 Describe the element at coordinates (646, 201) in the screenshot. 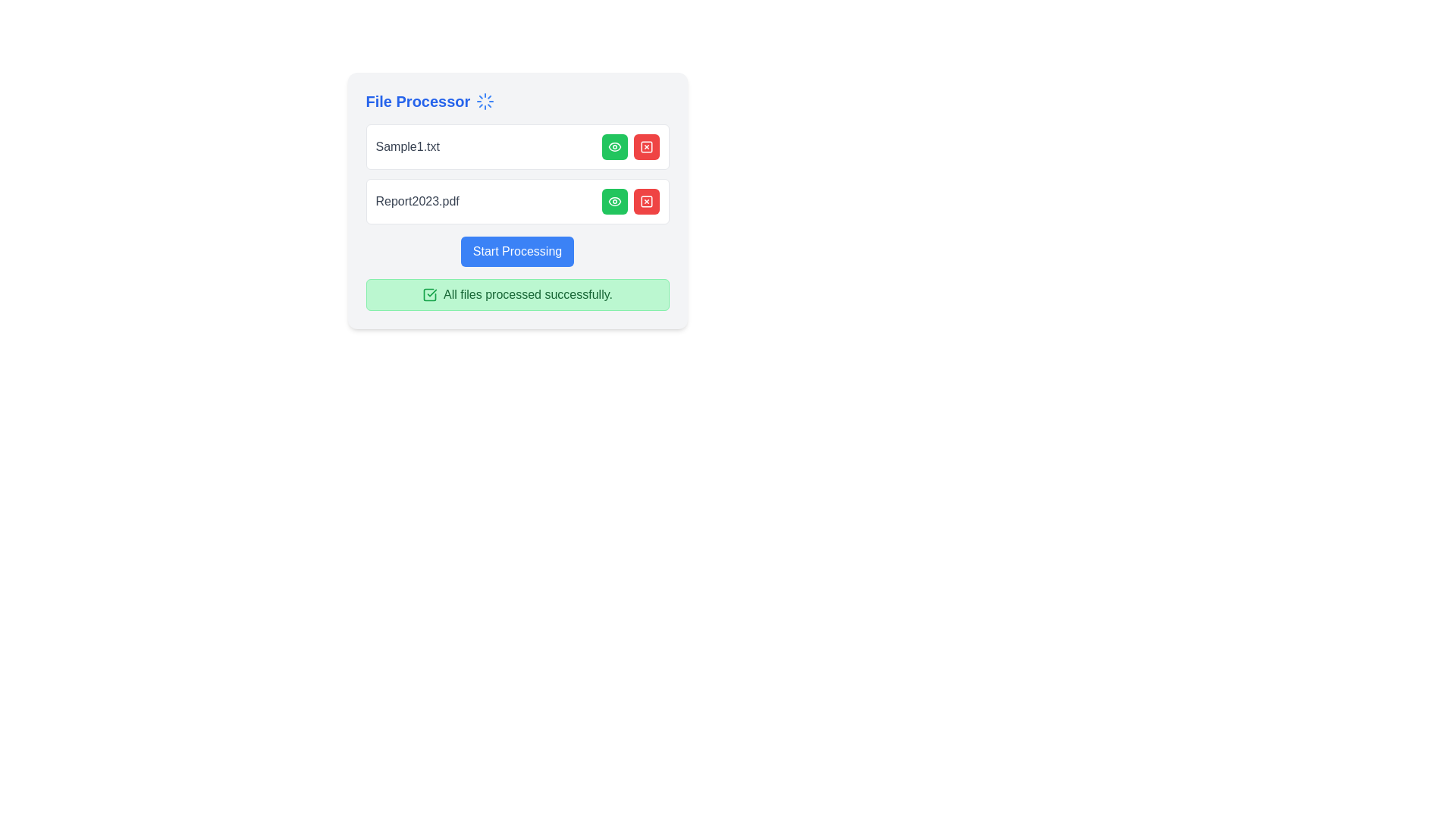

I see `the delete icon button located in the second row of the file list, associated with the file 'Report2023.pdf'` at that location.